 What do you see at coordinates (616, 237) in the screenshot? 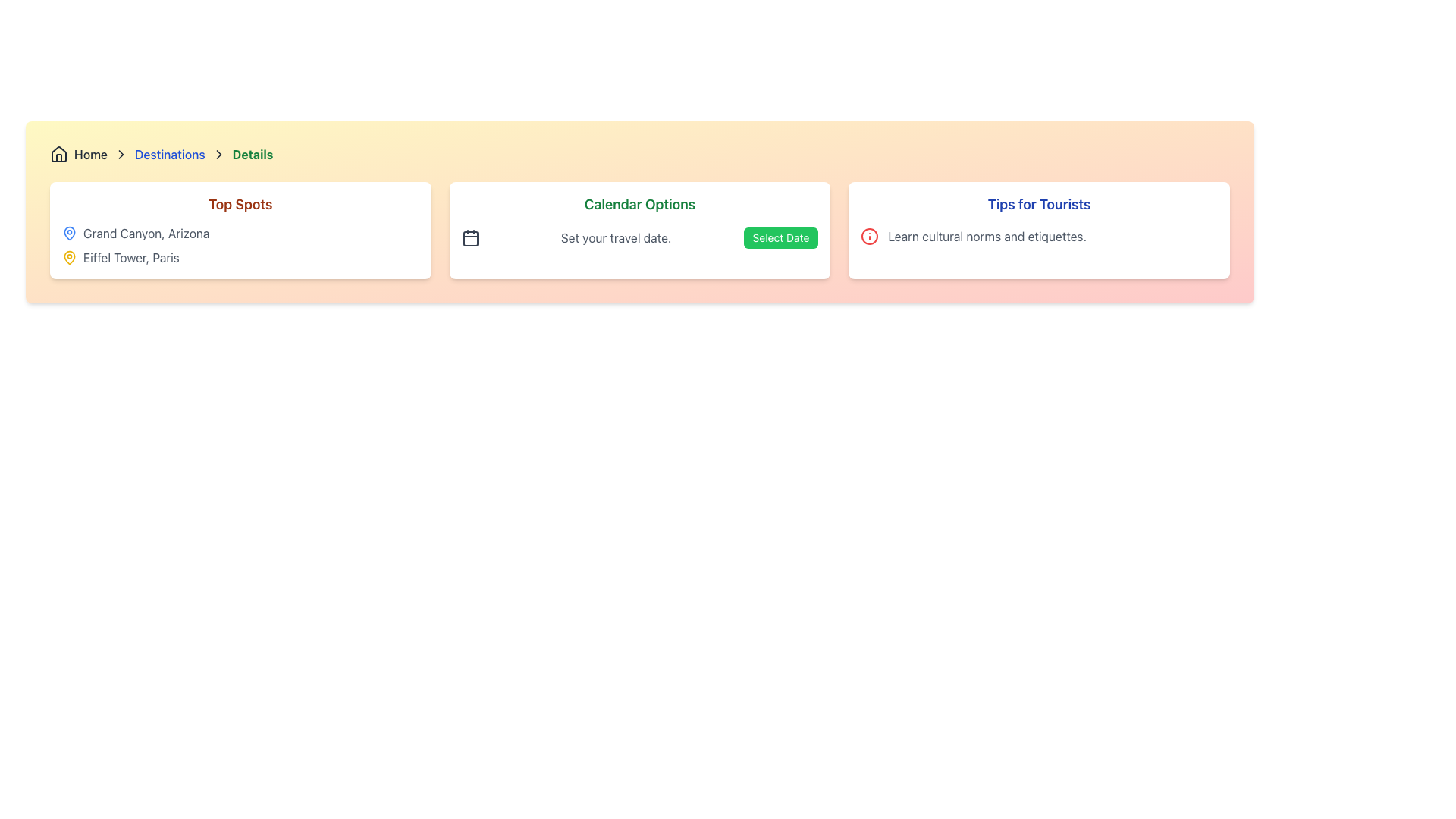
I see `the instructional text element that guides the user in selecting a travel date, located in the 'Calendar Options' card, positioned between the calendar icon and the 'Select Date' button` at bounding box center [616, 237].